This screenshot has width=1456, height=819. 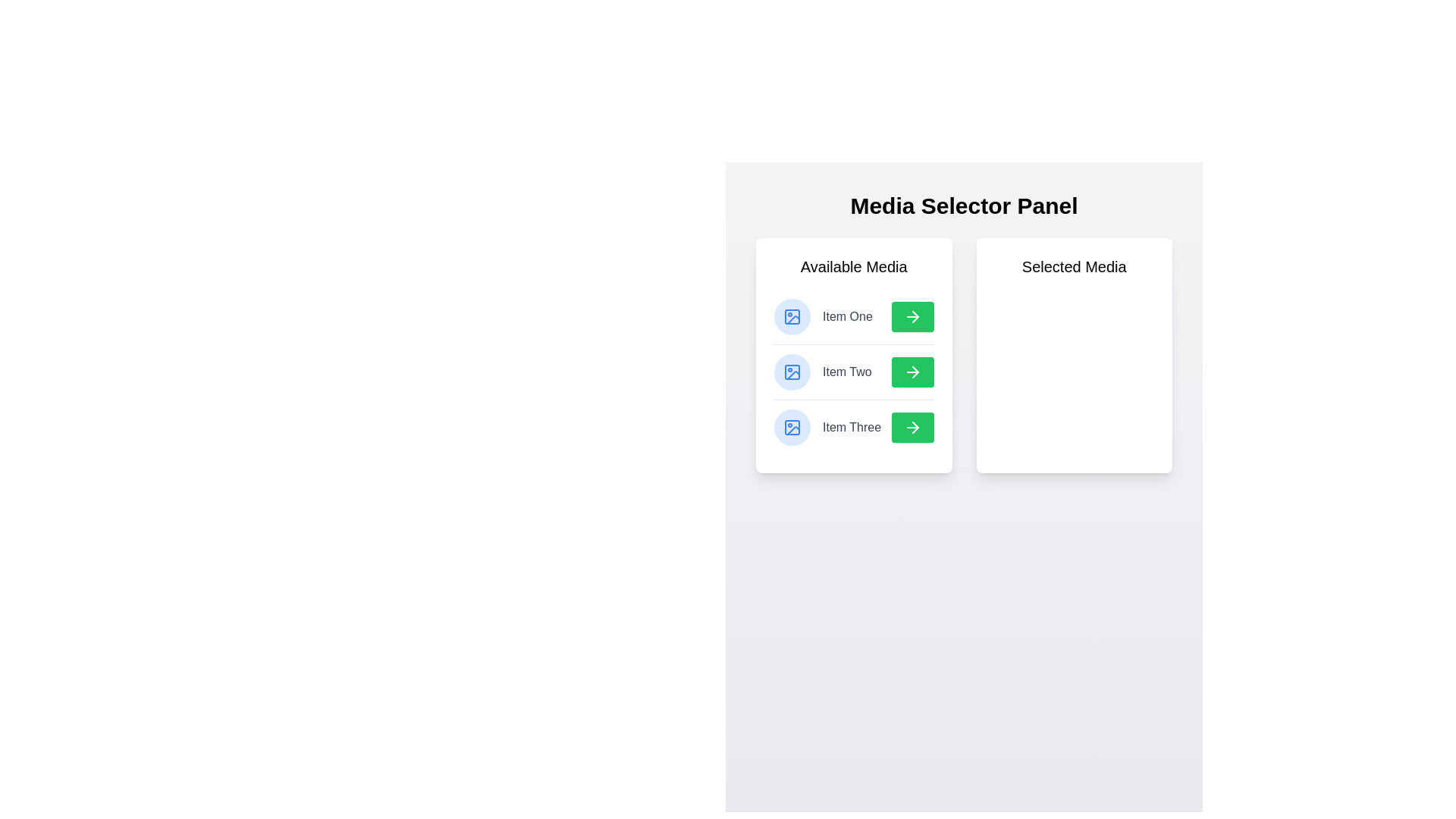 What do you see at coordinates (822, 315) in the screenshot?
I see `to select the media item labeled 'Item One' in the 'Available Media' list, which is the first row of three items` at bounding box center [822, 315].